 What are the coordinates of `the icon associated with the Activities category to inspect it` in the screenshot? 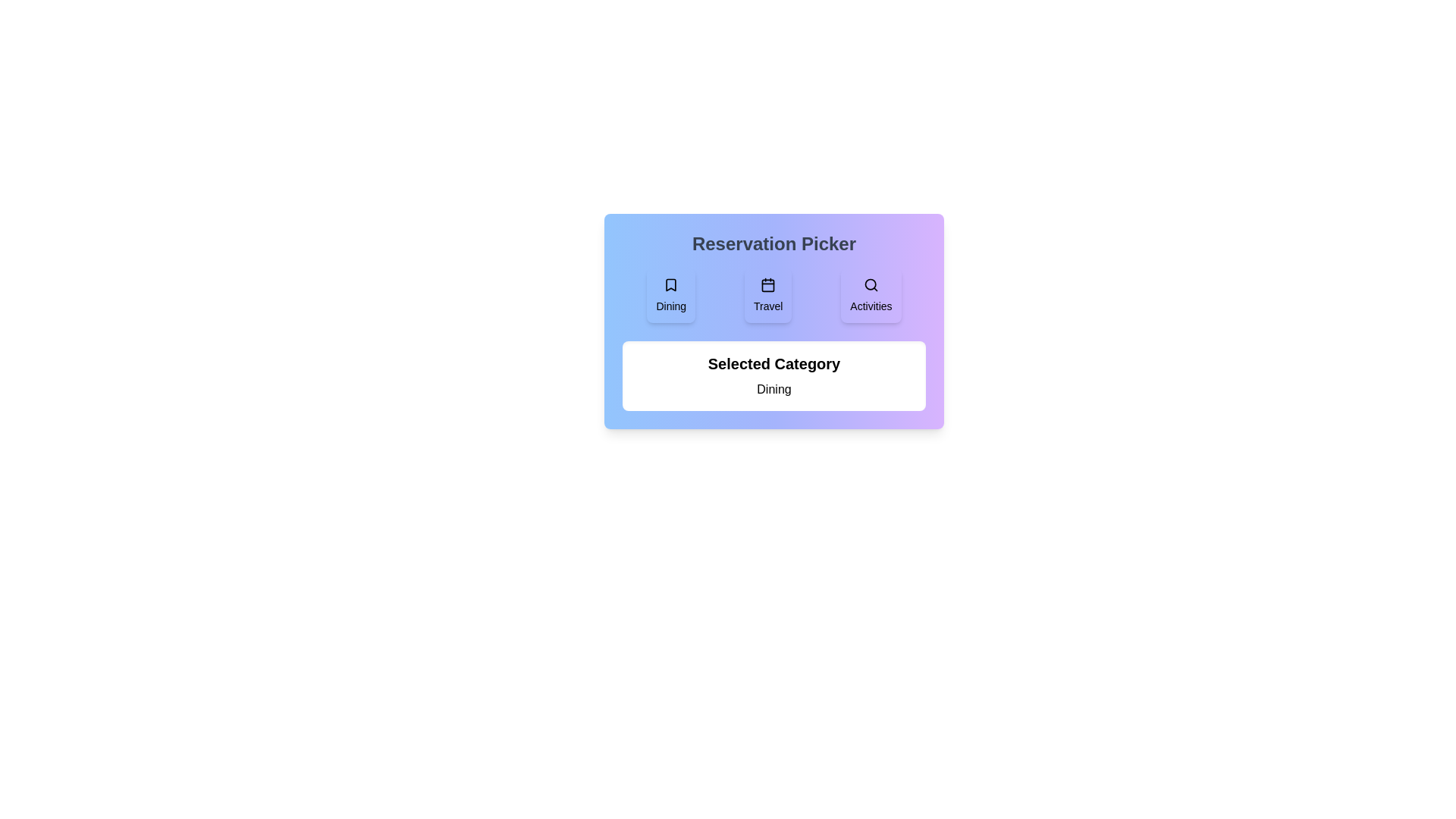 It's located at (871, 295).